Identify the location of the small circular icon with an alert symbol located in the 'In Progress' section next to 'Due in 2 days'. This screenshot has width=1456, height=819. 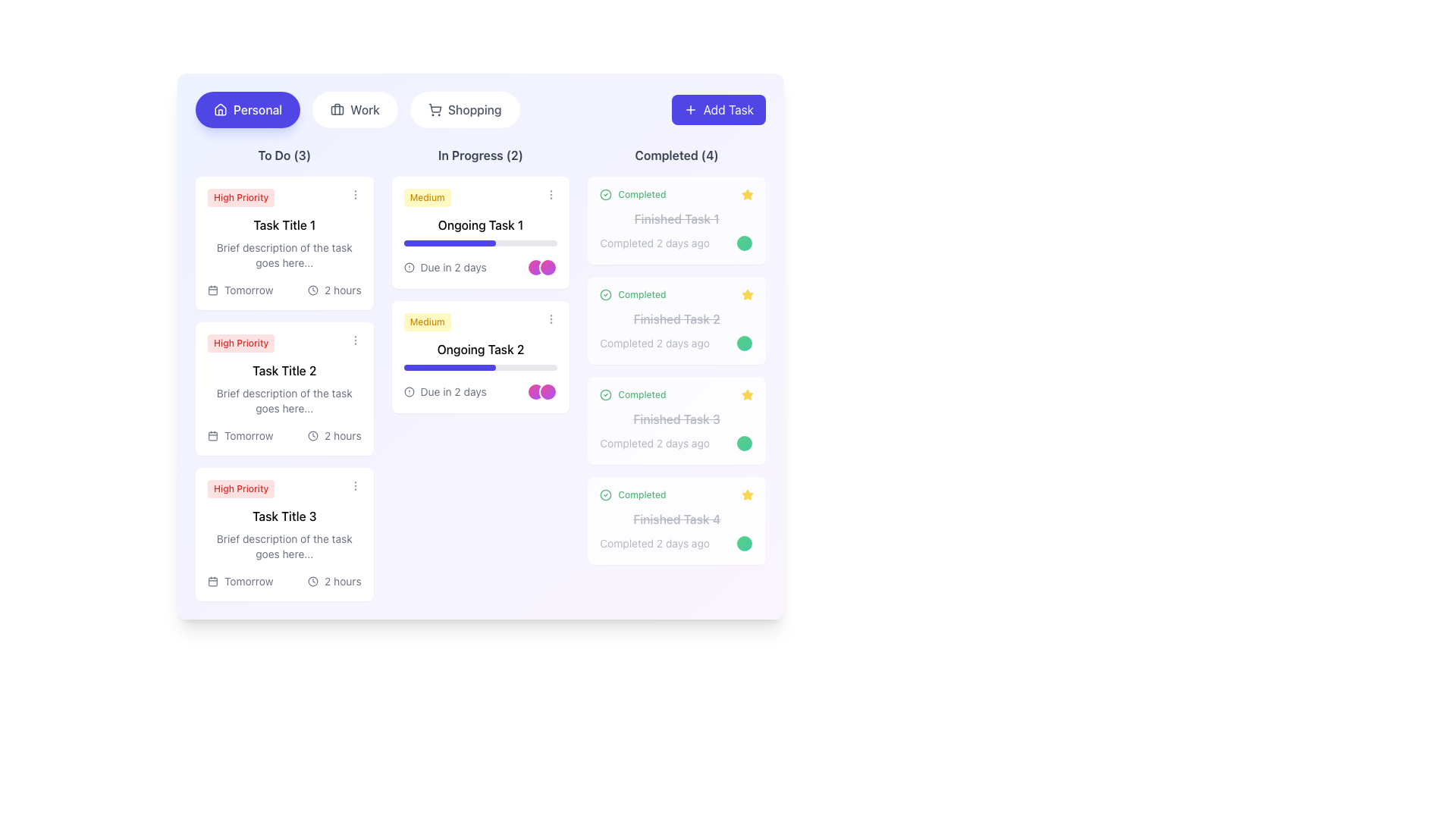
(409, 391).